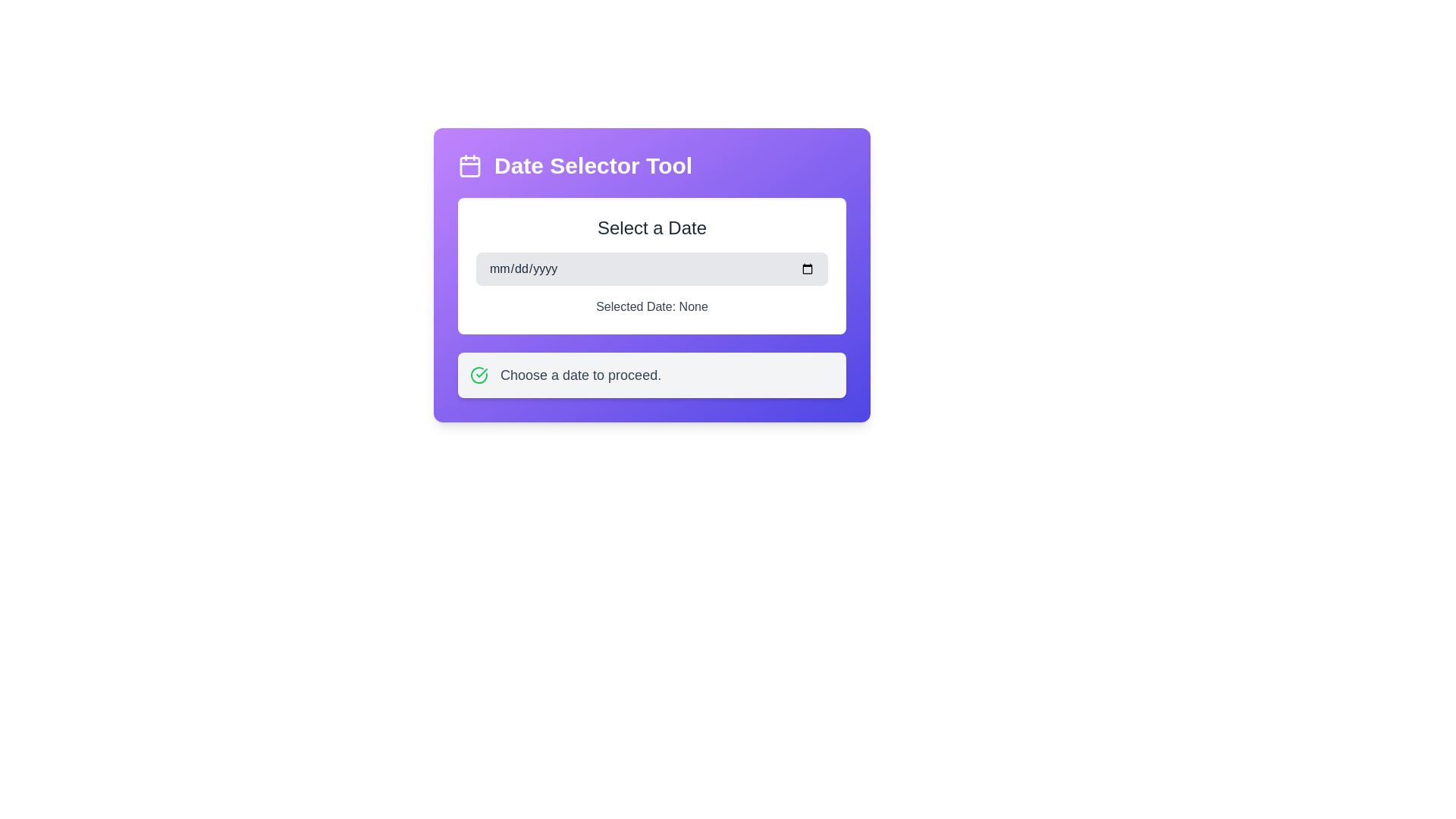 The image size is (1456, 819). Describe the element at coordinates (651, 375) in the screenshot. I see `the instructional label with icon located in the lower section of the purple gradient card, positioned beneath the date-related options box` at that location.